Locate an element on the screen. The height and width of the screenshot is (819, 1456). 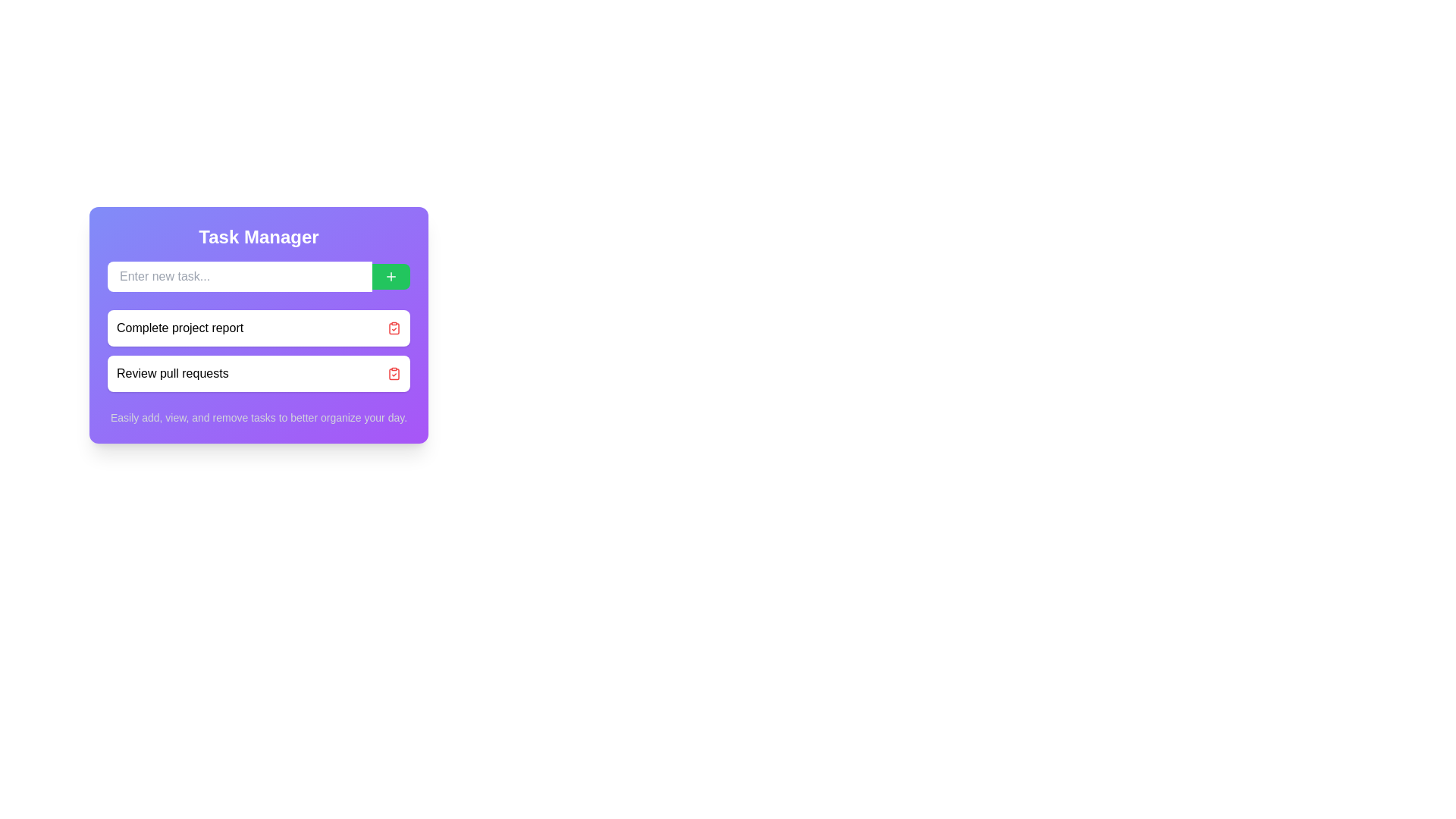
the plus sign icon with a rounded style located within a green button in the top-right corner of the task manager interface is located at coordinates (391, 277).